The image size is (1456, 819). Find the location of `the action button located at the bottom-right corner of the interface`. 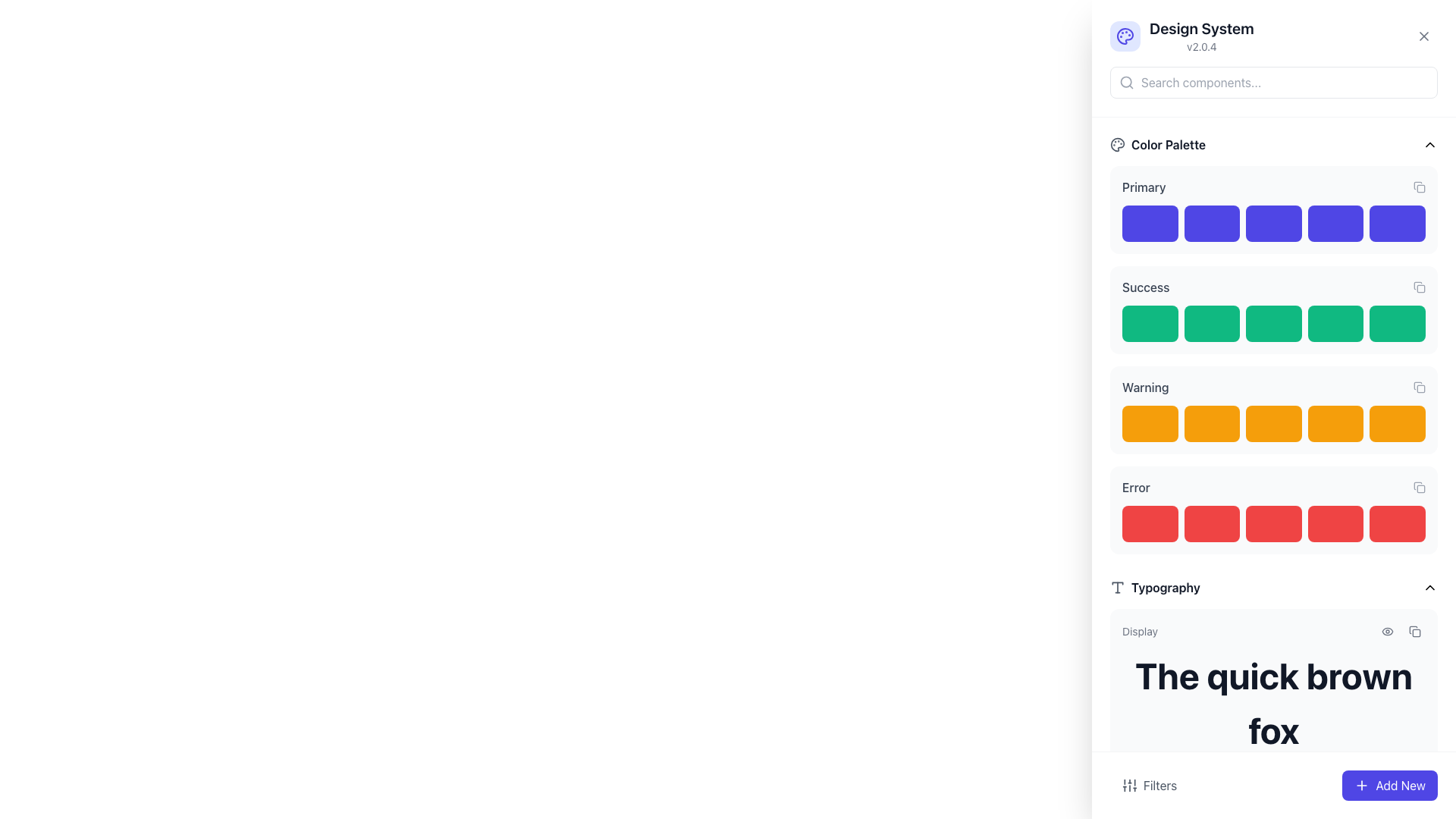

the action button located at the bottom-right corner of the interface is located at coordinates (1400, 785).